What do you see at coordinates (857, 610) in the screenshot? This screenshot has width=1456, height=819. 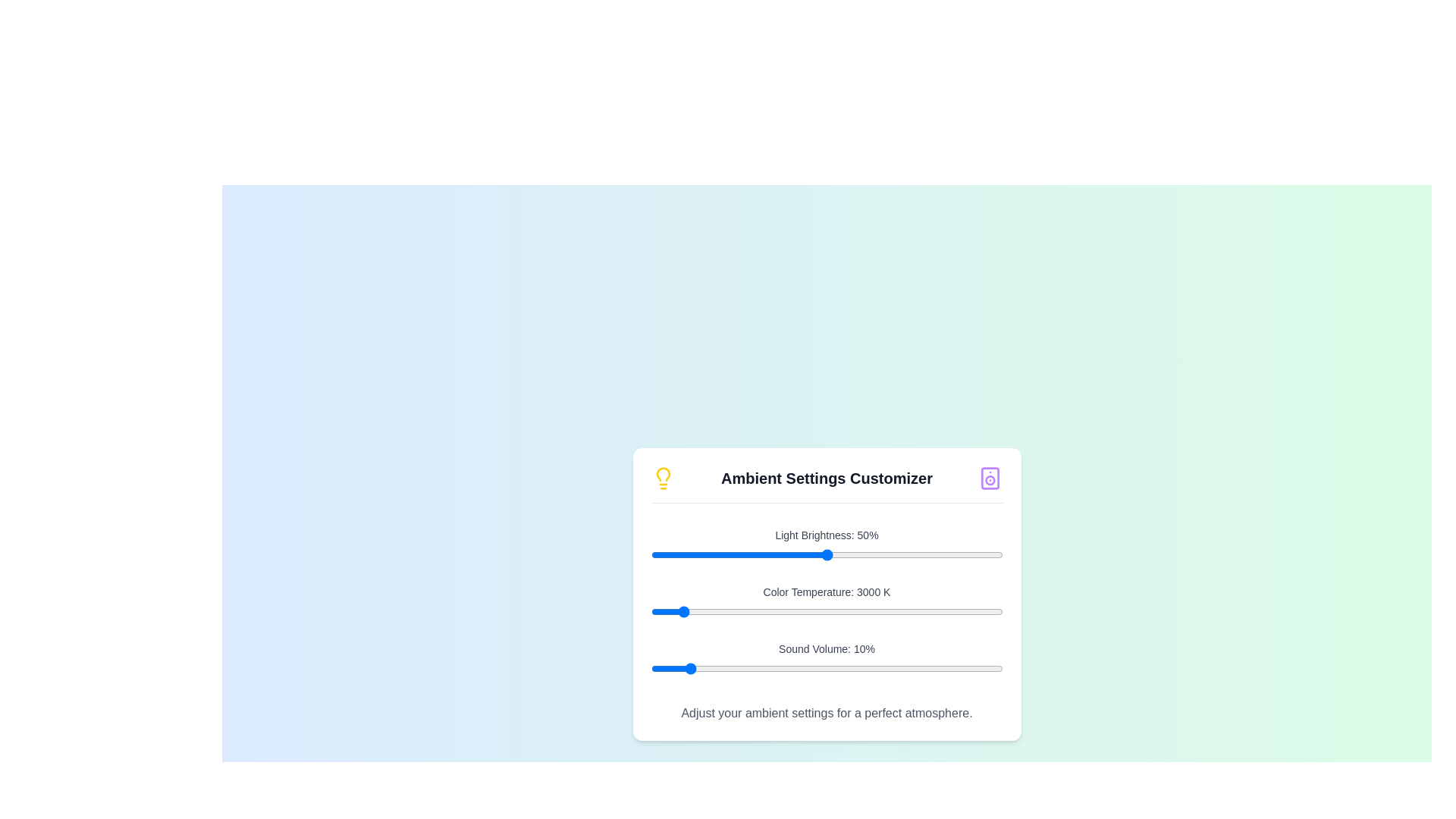 I see `color temperature` at bounding box center [857, 610].